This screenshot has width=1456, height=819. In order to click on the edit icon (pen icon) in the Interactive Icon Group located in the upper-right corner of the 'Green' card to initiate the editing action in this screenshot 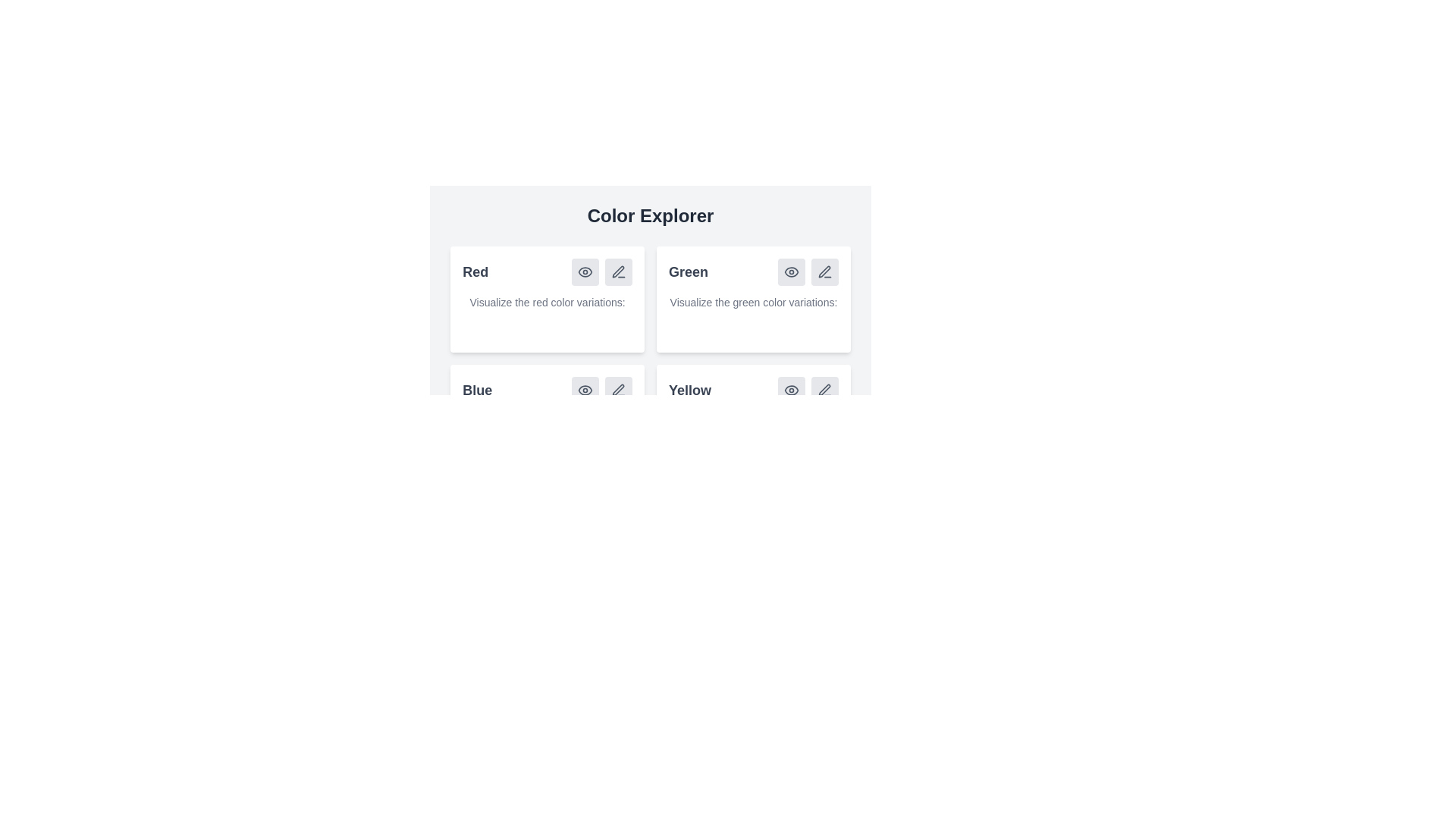, I will do `click(807, 271)`.